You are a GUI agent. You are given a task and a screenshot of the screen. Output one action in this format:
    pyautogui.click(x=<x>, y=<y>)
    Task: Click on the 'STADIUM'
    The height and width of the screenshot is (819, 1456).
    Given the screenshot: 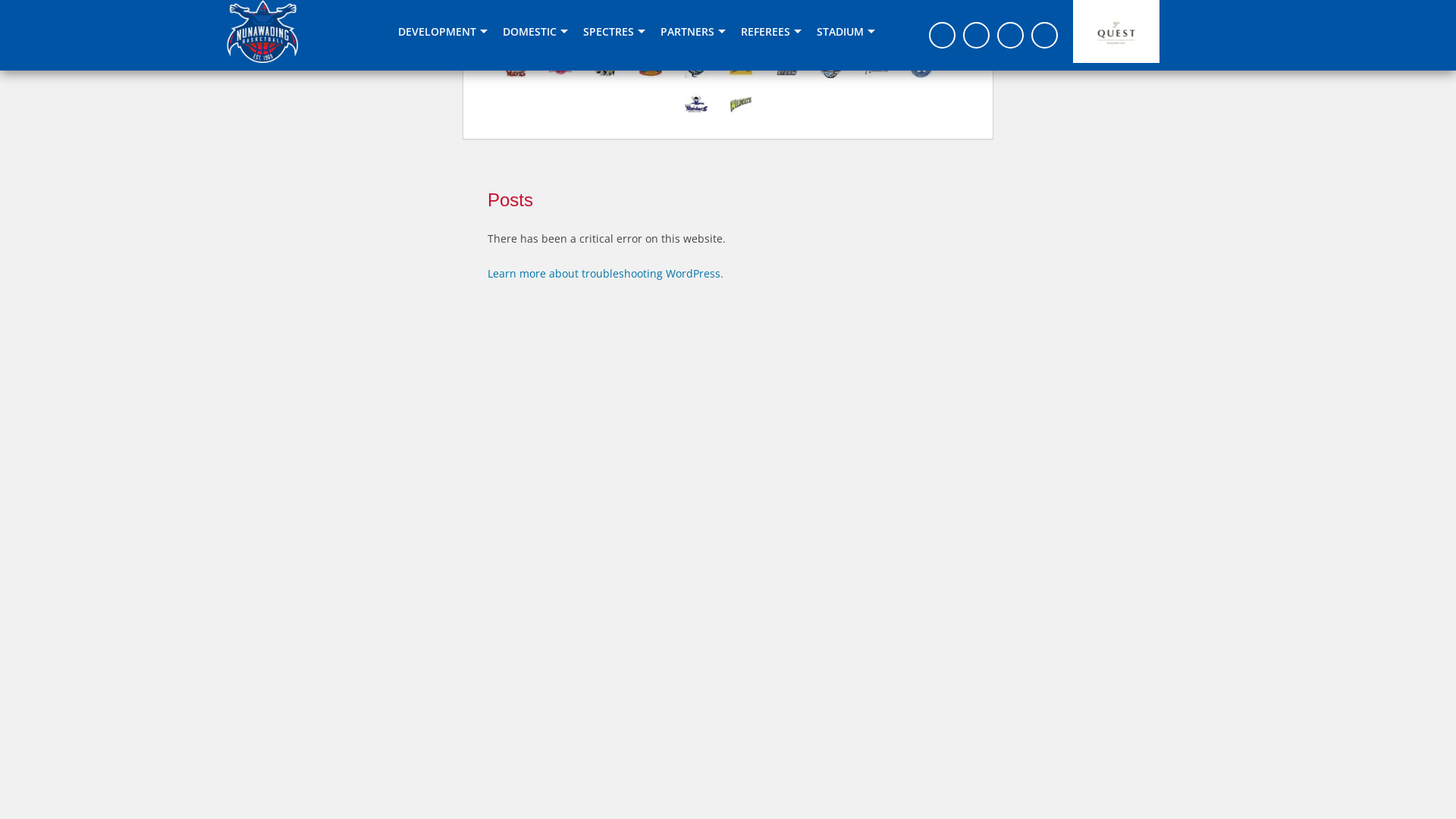 What is the action you would take?
    pyautogui.click(x=845, y=31)
    